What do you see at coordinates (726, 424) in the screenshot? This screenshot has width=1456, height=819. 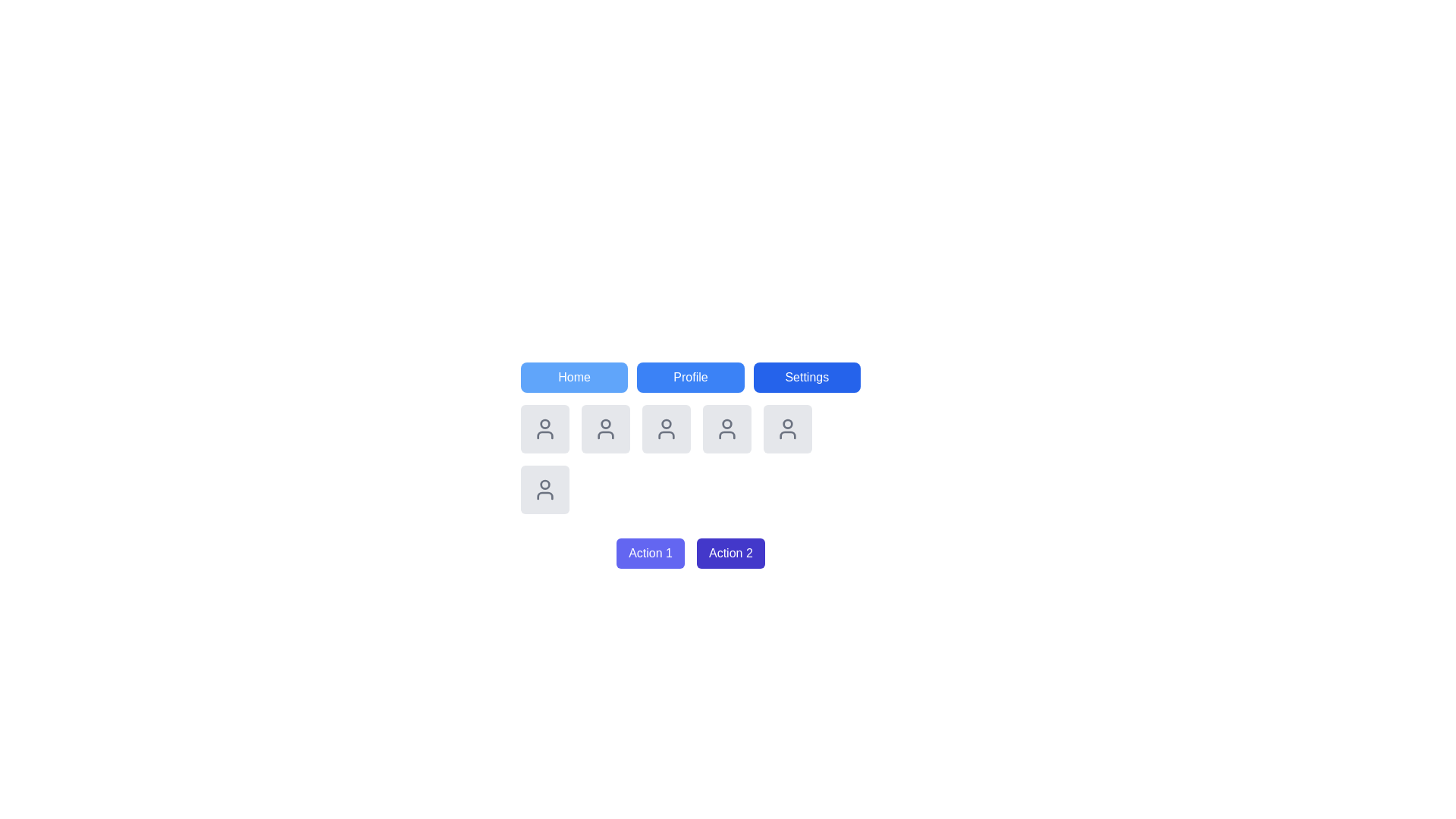 I see `the circular graphic element within the user icon located in the second row and third column of the grid` at bounding box center [726, 424].